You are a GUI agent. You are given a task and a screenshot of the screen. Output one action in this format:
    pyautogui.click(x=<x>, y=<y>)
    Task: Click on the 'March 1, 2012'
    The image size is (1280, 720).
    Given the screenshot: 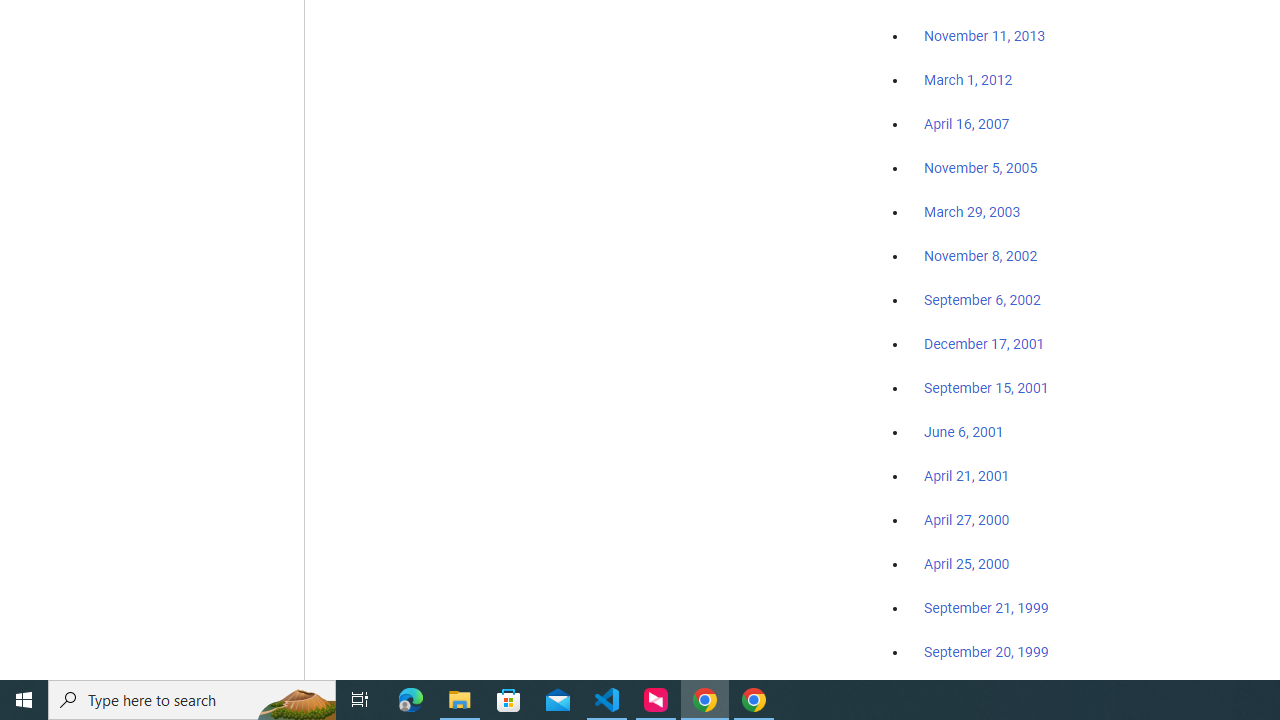 What is the action you would take?
    pyautogui.click(x=968, y=80)
    